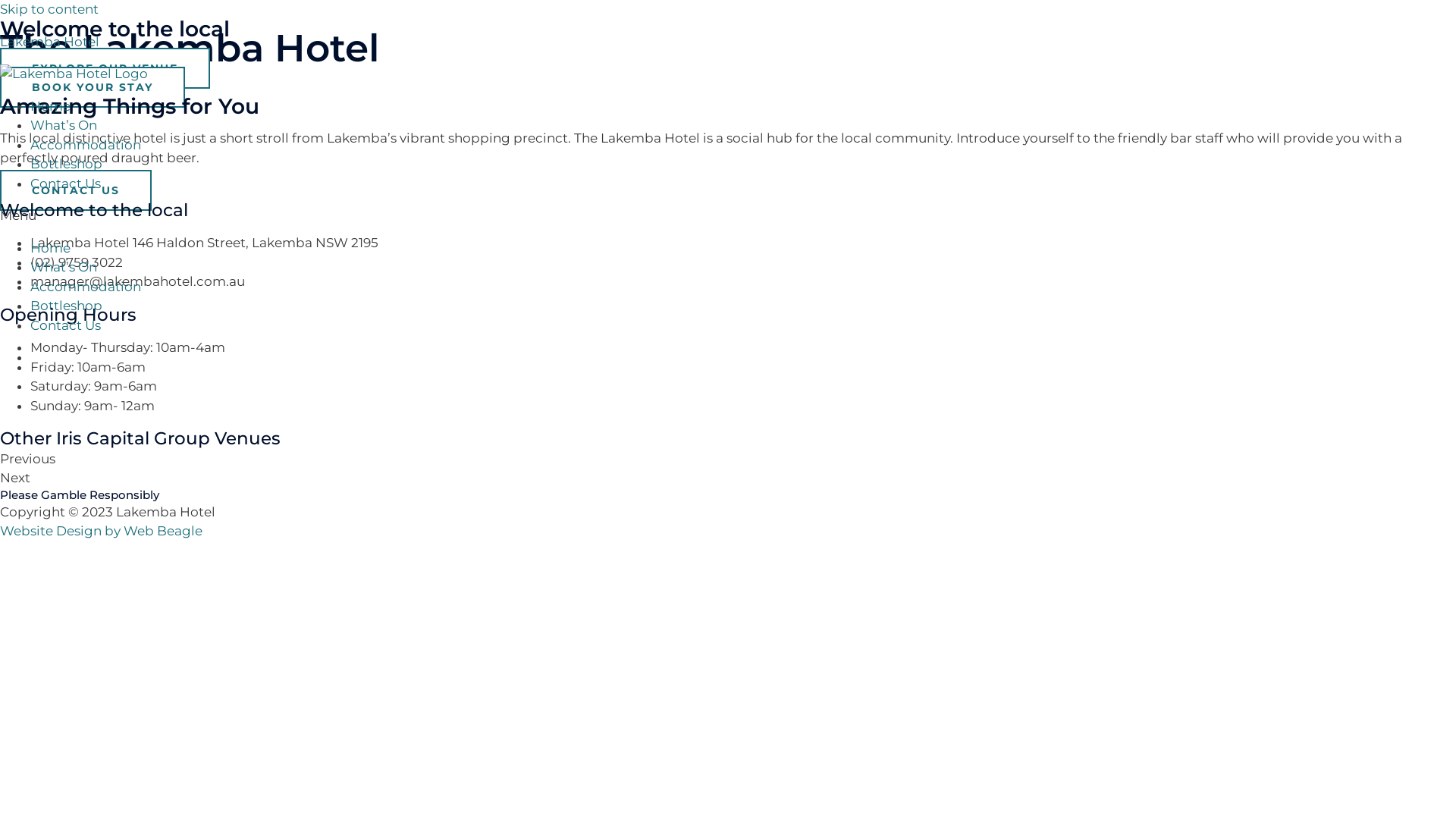  I want to click on 'Website Design by Web Beagle', so click(100, 529).